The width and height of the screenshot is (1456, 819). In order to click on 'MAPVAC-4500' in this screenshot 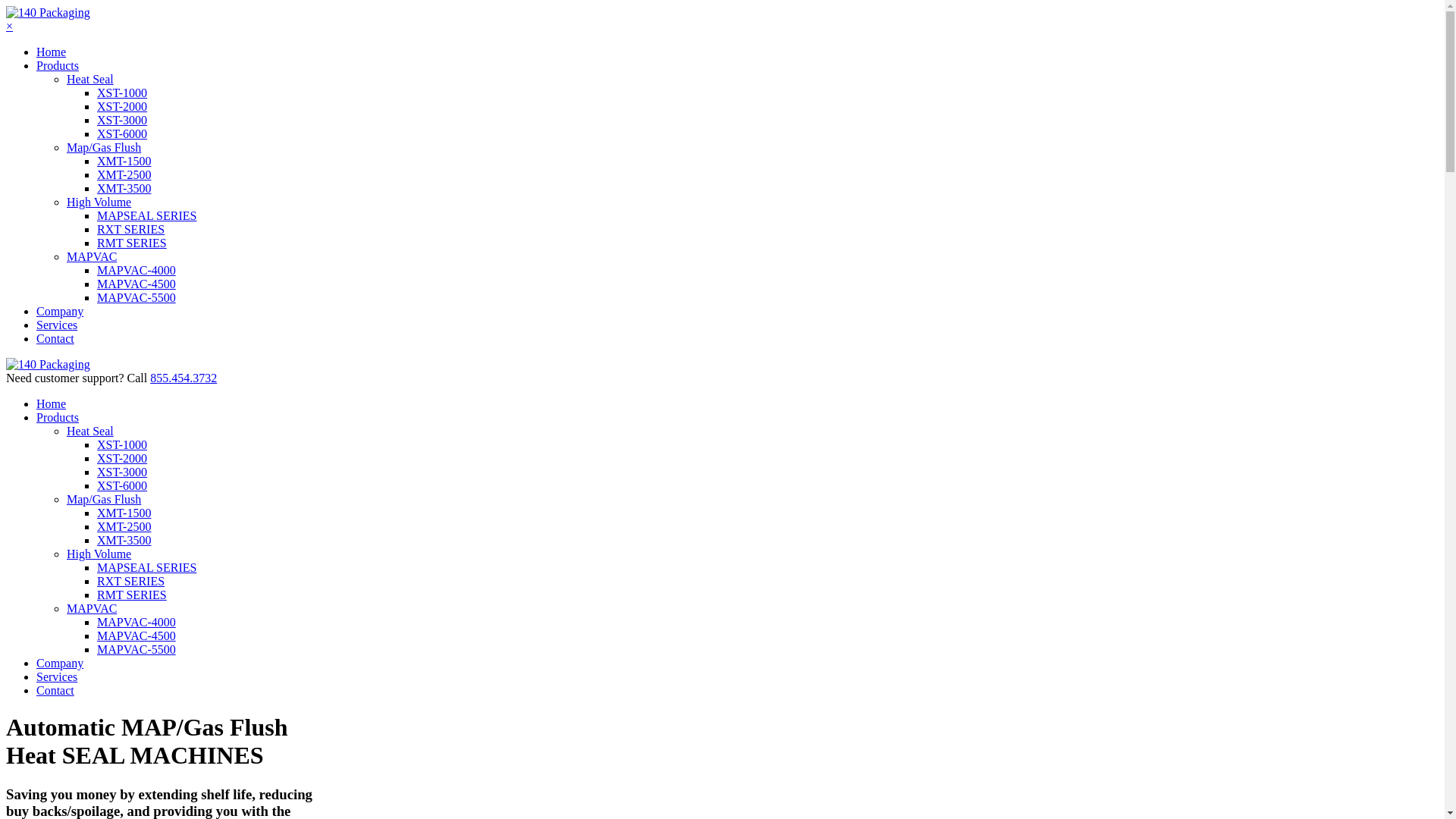, I will do `click(136, 635)`.